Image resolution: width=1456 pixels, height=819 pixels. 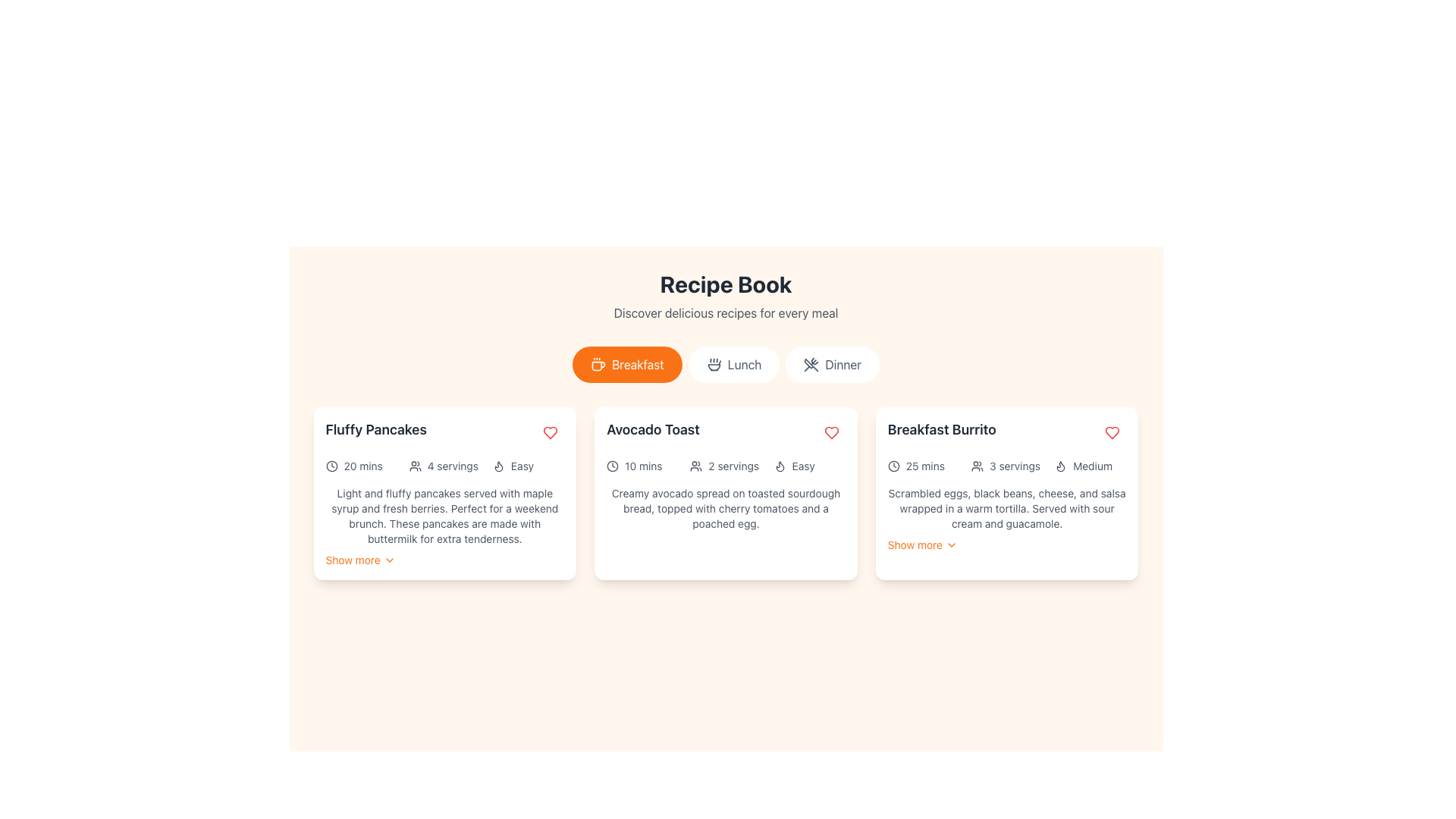 I want to click on the 'Dinner' button, which is a rounded button with a white background and a gray crossed utensils icon, located below the 'Recipe Book' header, so click(x=832, y=365).